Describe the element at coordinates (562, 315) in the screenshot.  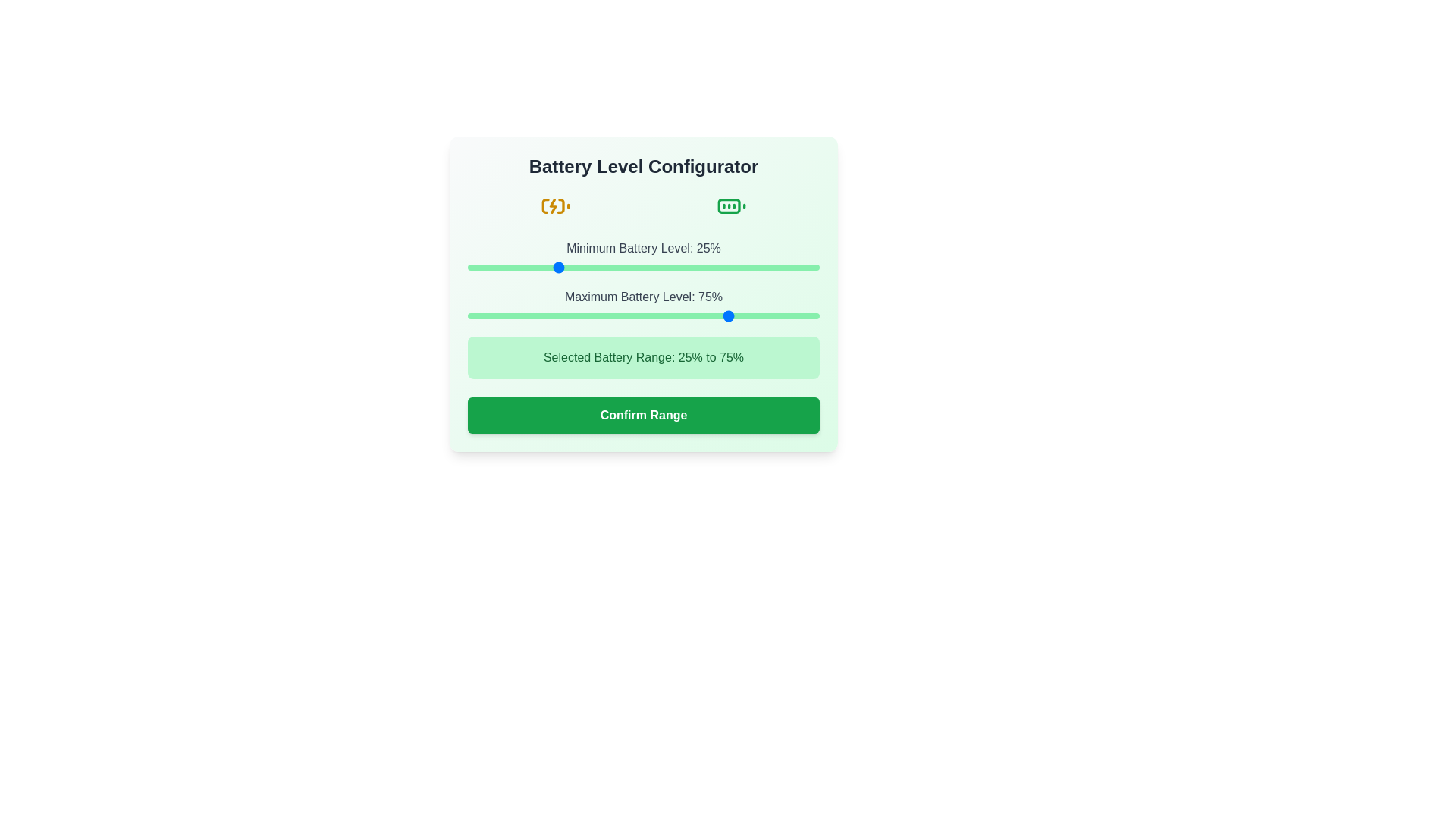
I see `the slider` at that location.